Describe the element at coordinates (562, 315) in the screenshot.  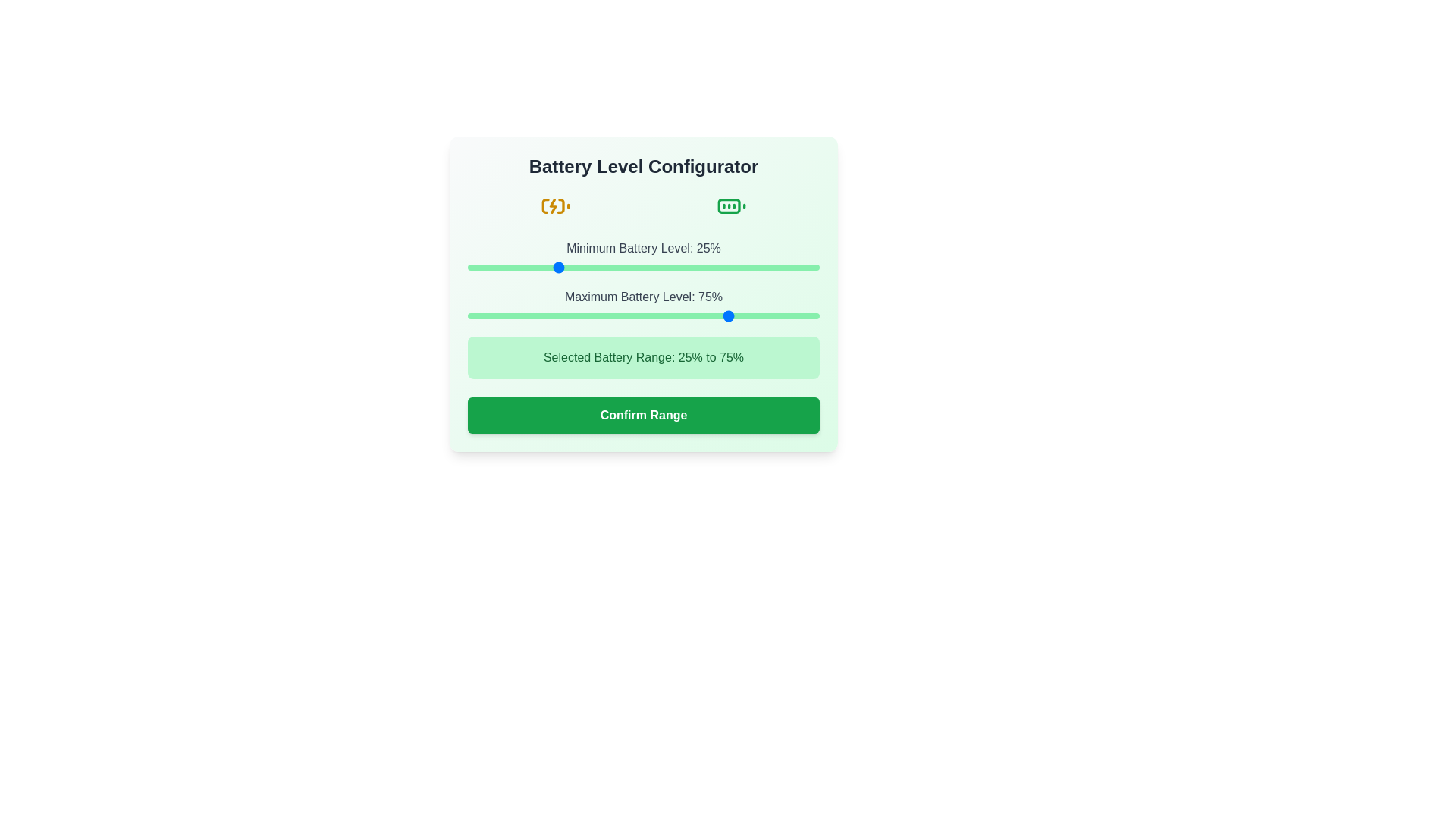
I see `the slider` at that location.